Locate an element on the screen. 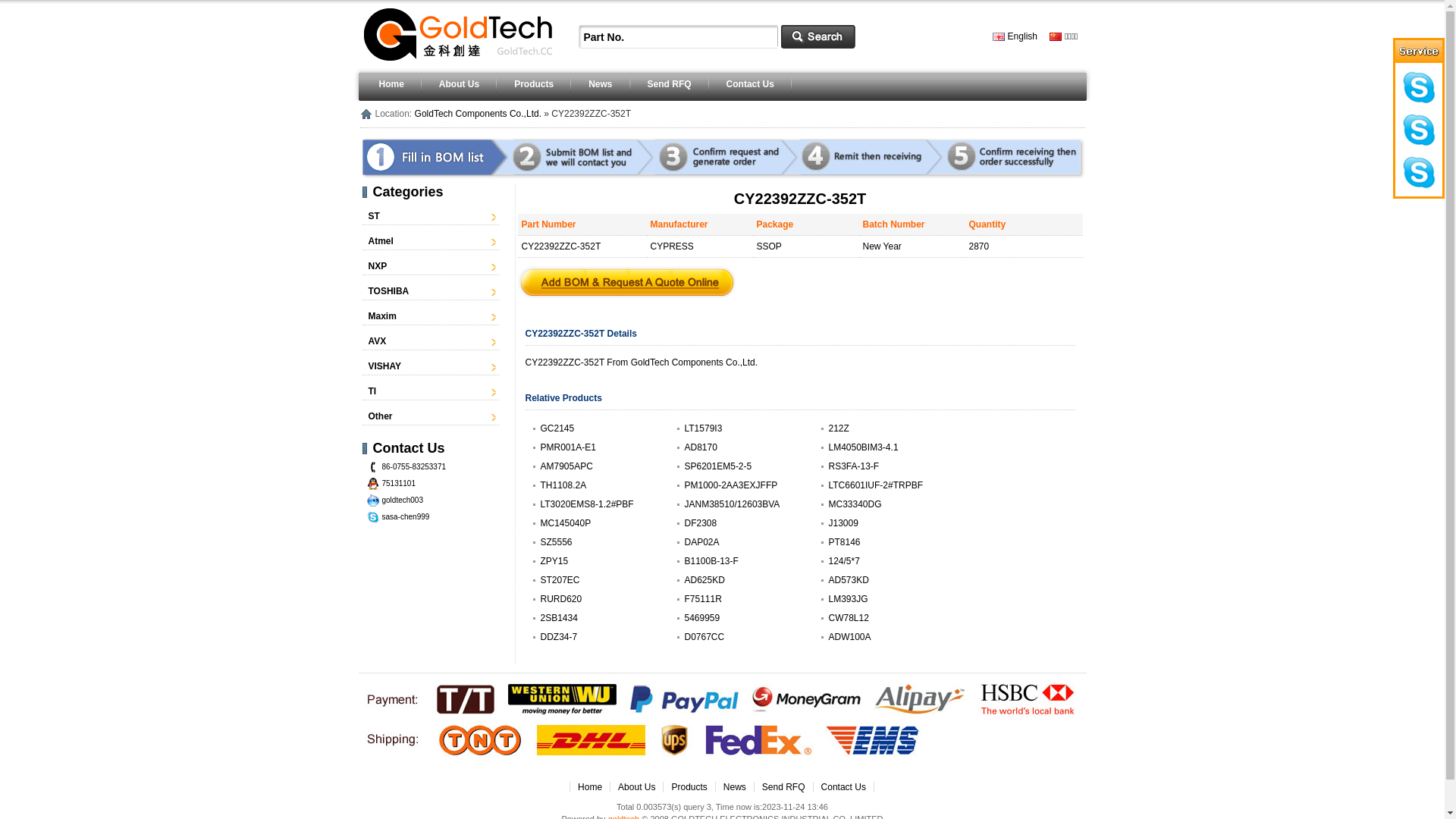 The height and width of the screenshot is (819, 1456). 'Home' is located at coordinates (588, 786).